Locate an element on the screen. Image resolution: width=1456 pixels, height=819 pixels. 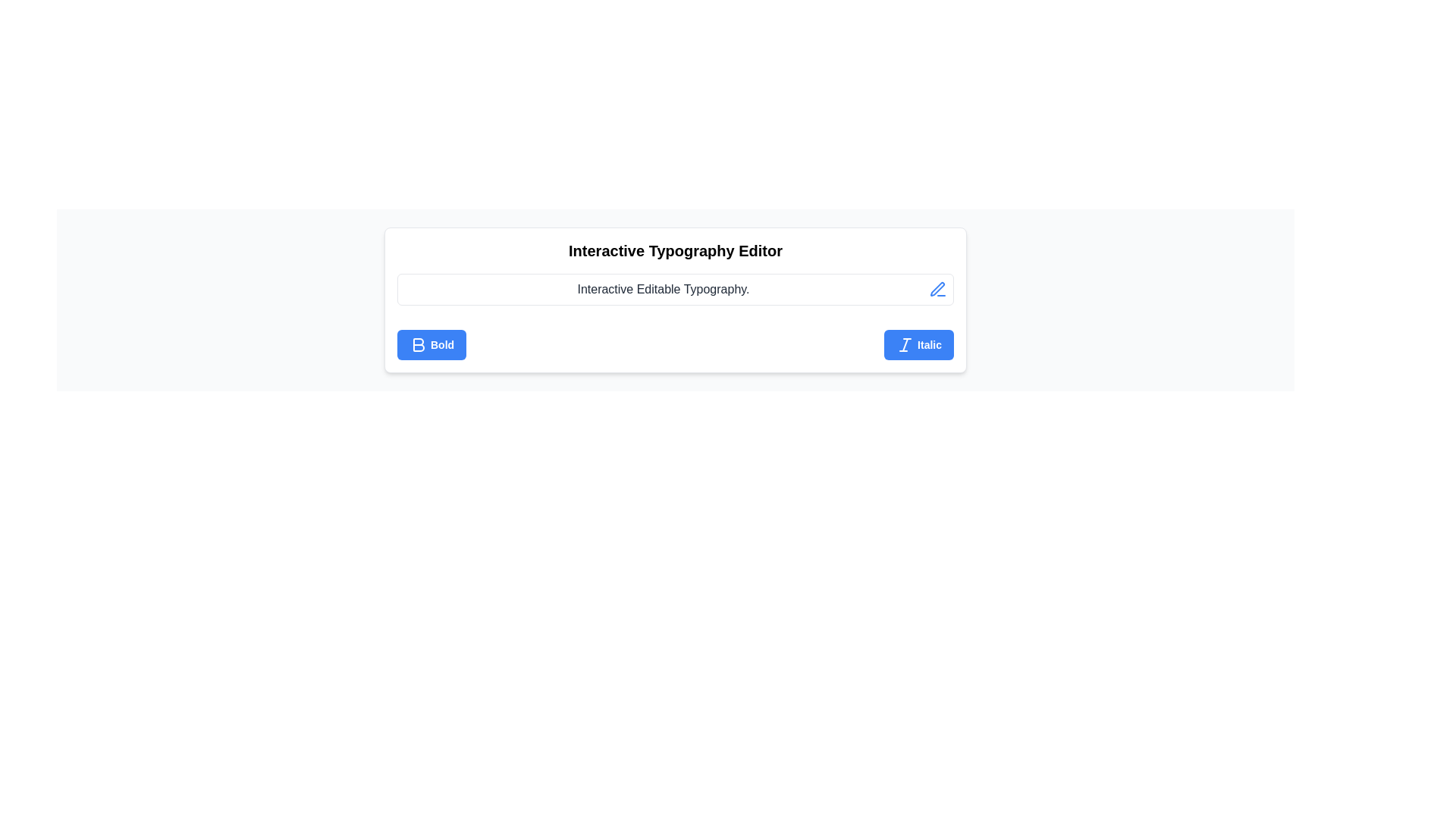
the bold icon button represented by the character 'B' with a blue fill color in the formatting toolbar is located at coordinates (419, 345).